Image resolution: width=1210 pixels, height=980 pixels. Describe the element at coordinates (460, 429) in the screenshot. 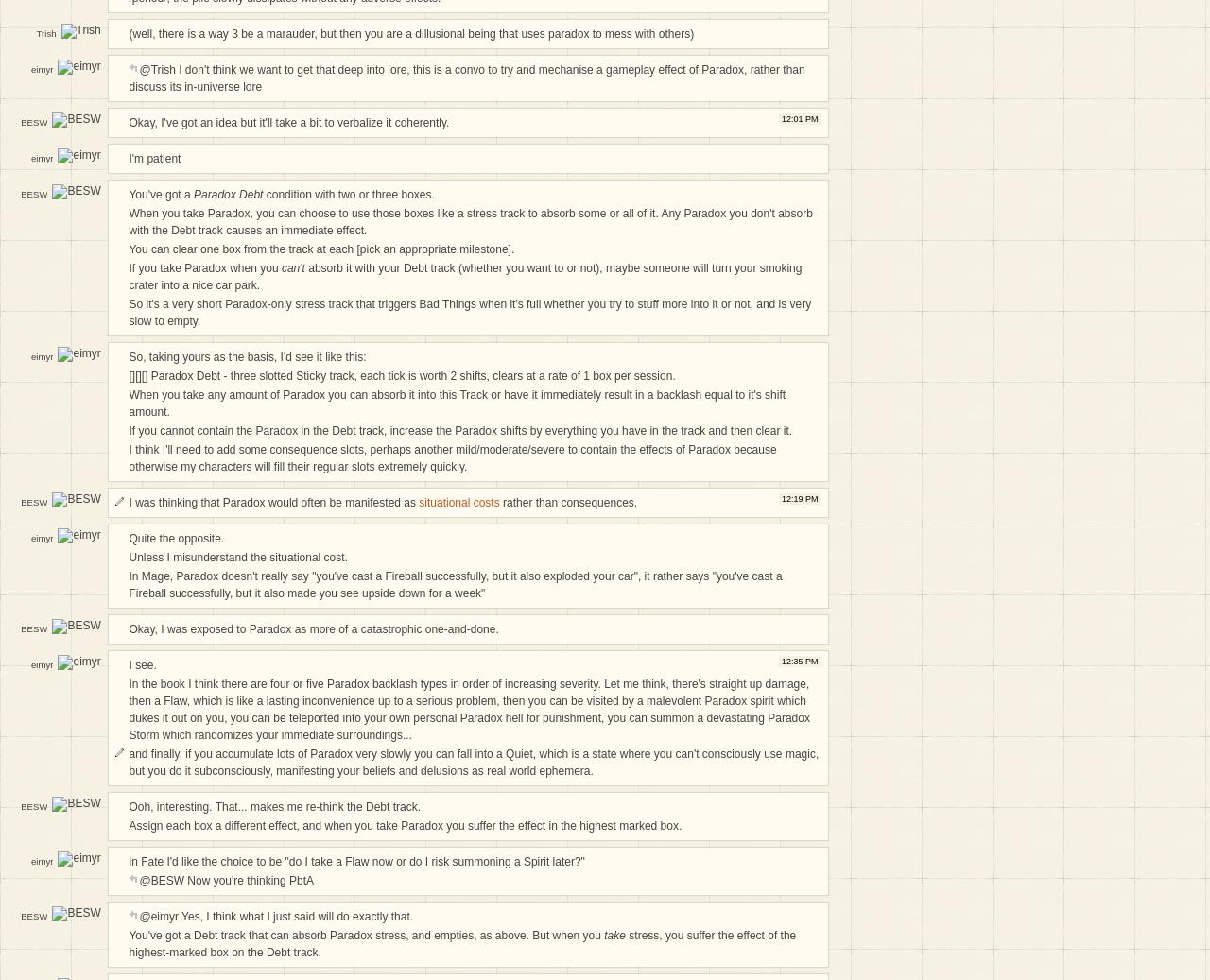

I see `'If you cannot contain the Paradox in the Debt track, increase the Paradox shifts by everything you have in the track and then clear it.'` at that location.